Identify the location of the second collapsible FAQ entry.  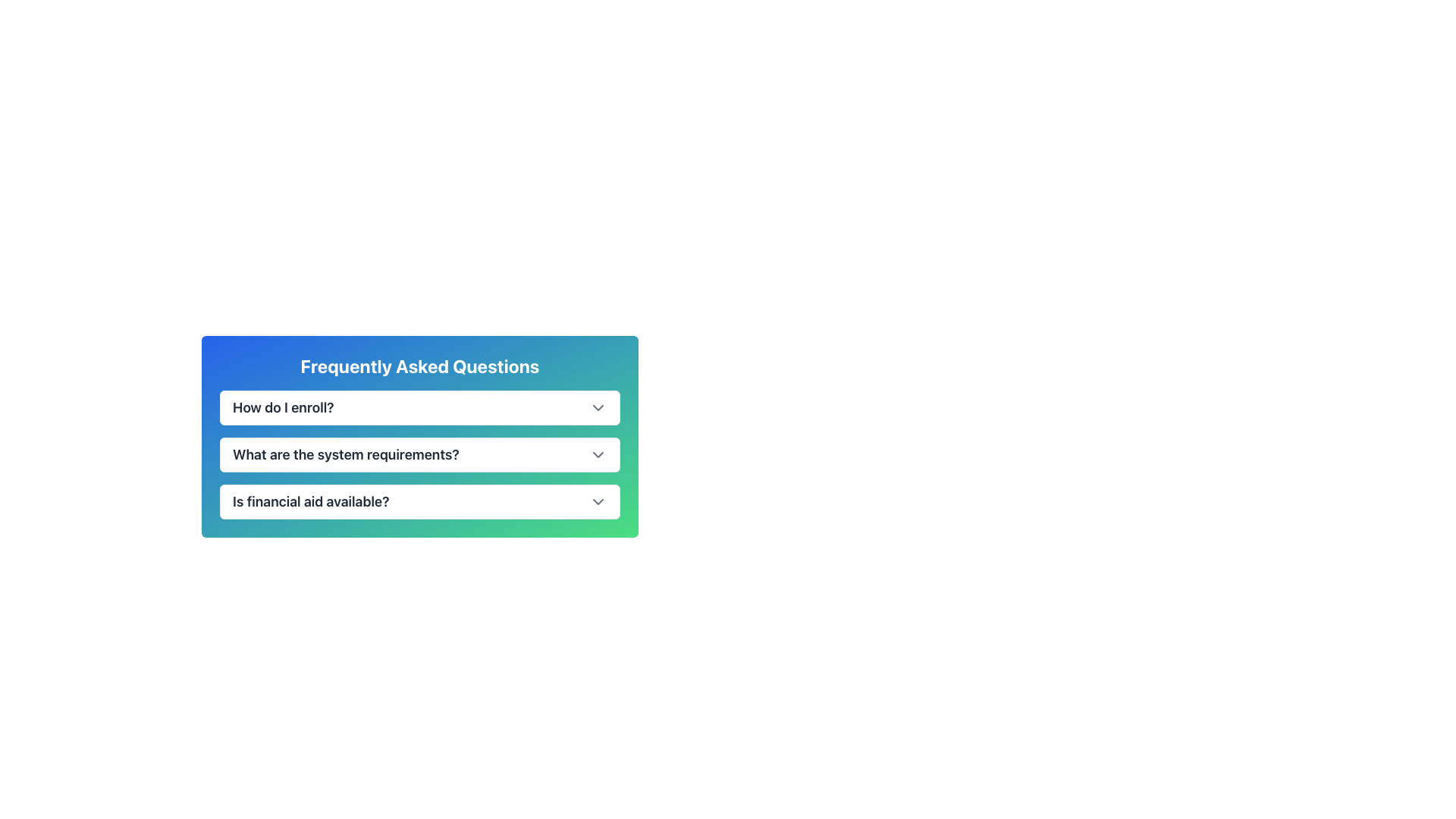
(419, 454).